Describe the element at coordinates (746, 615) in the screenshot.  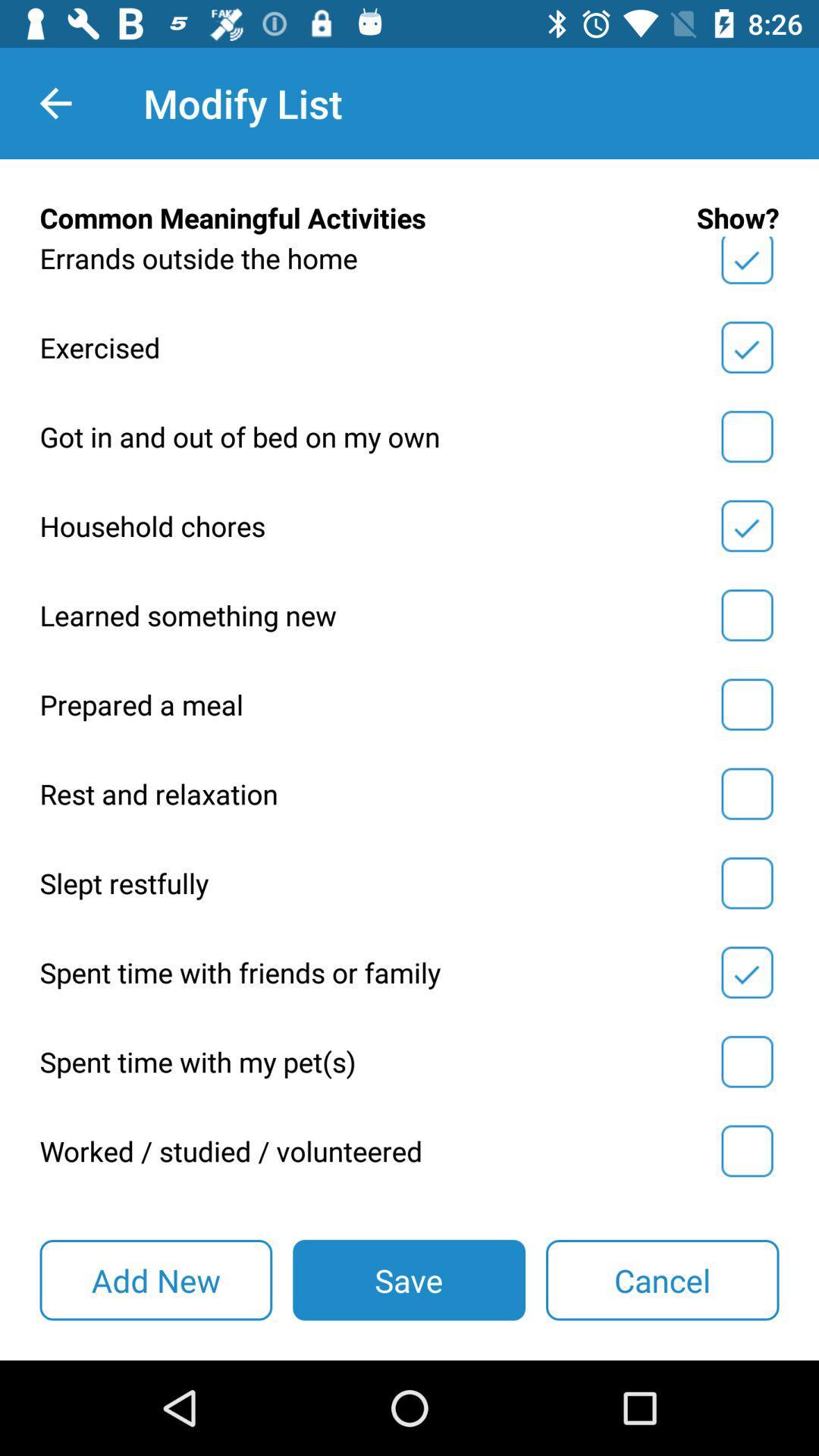
I see `checkbox` at that location.